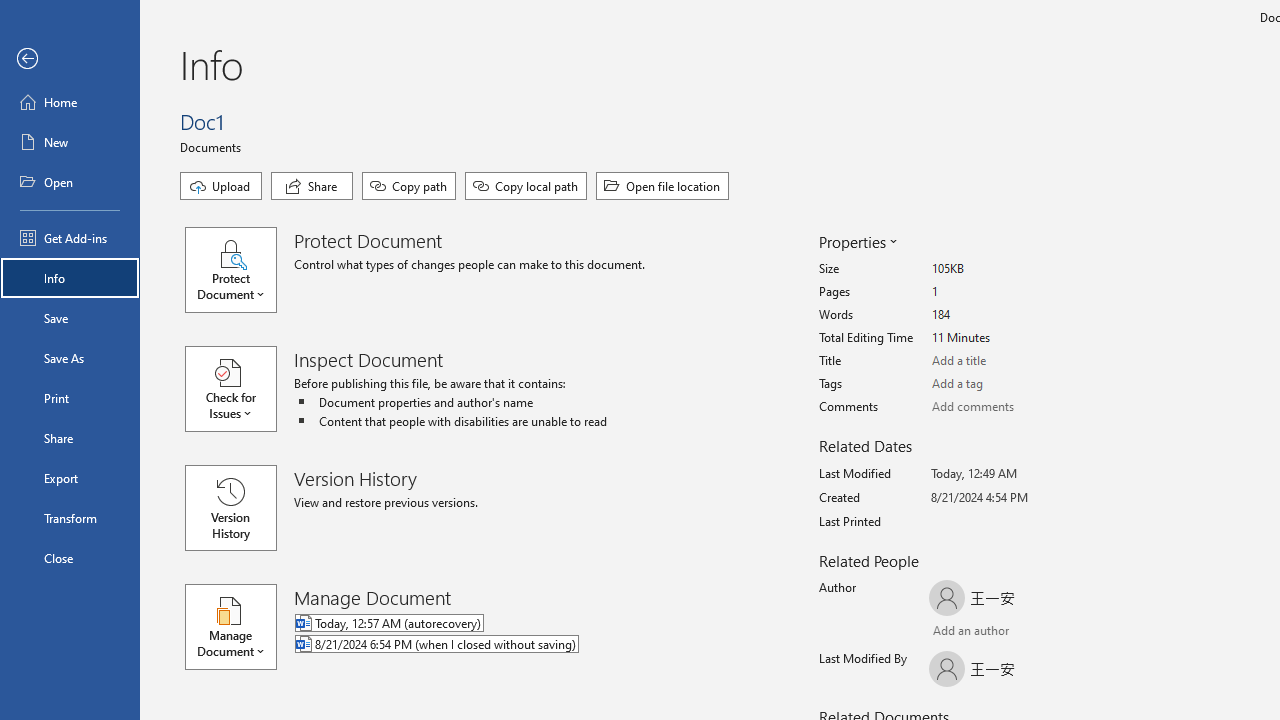  What do you see at coordinates (948, 632) in the screenshot?
I see `'Add an author'` at bounding box center [948, 632].